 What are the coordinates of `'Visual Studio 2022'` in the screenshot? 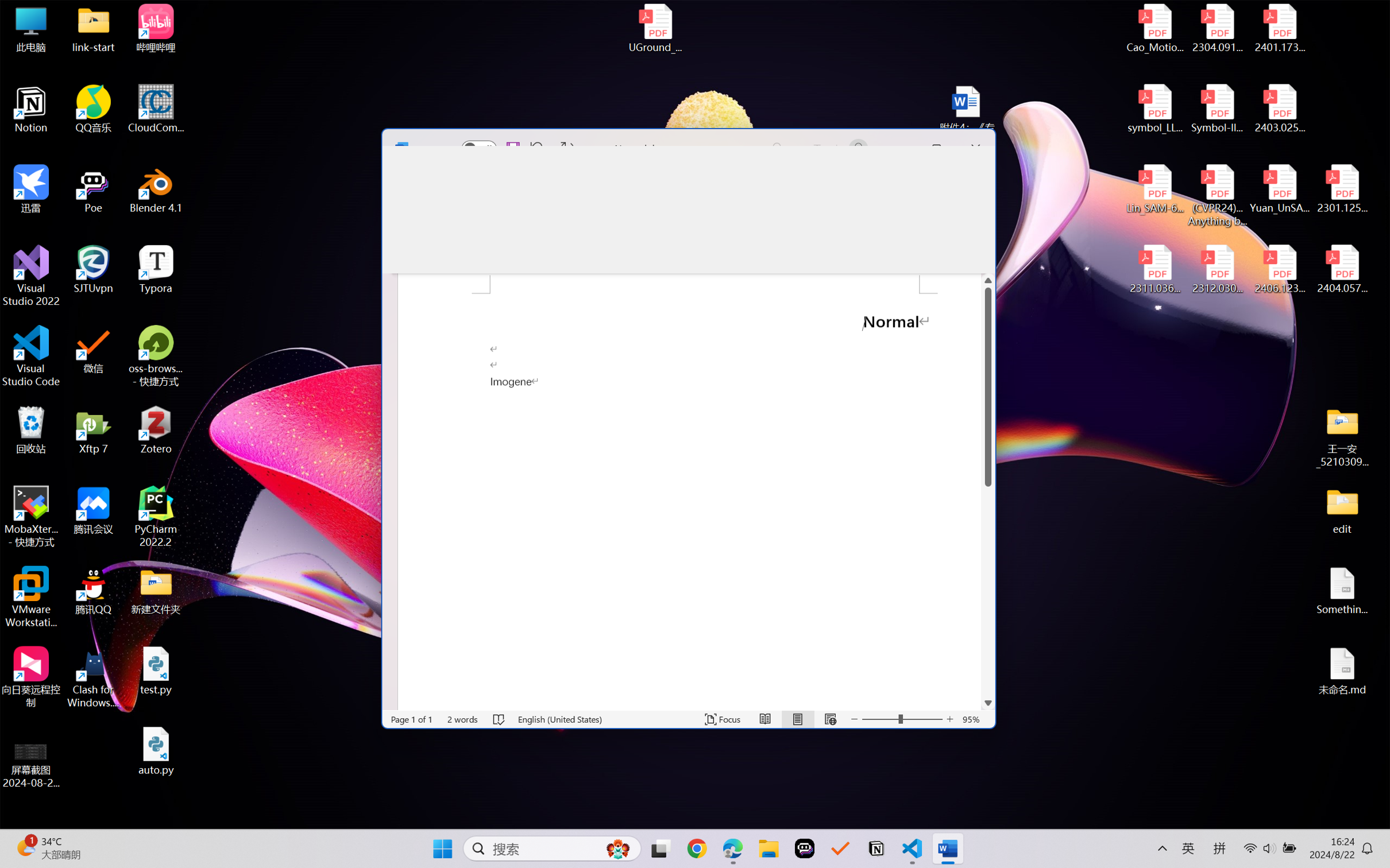 It's located at (30, 276).